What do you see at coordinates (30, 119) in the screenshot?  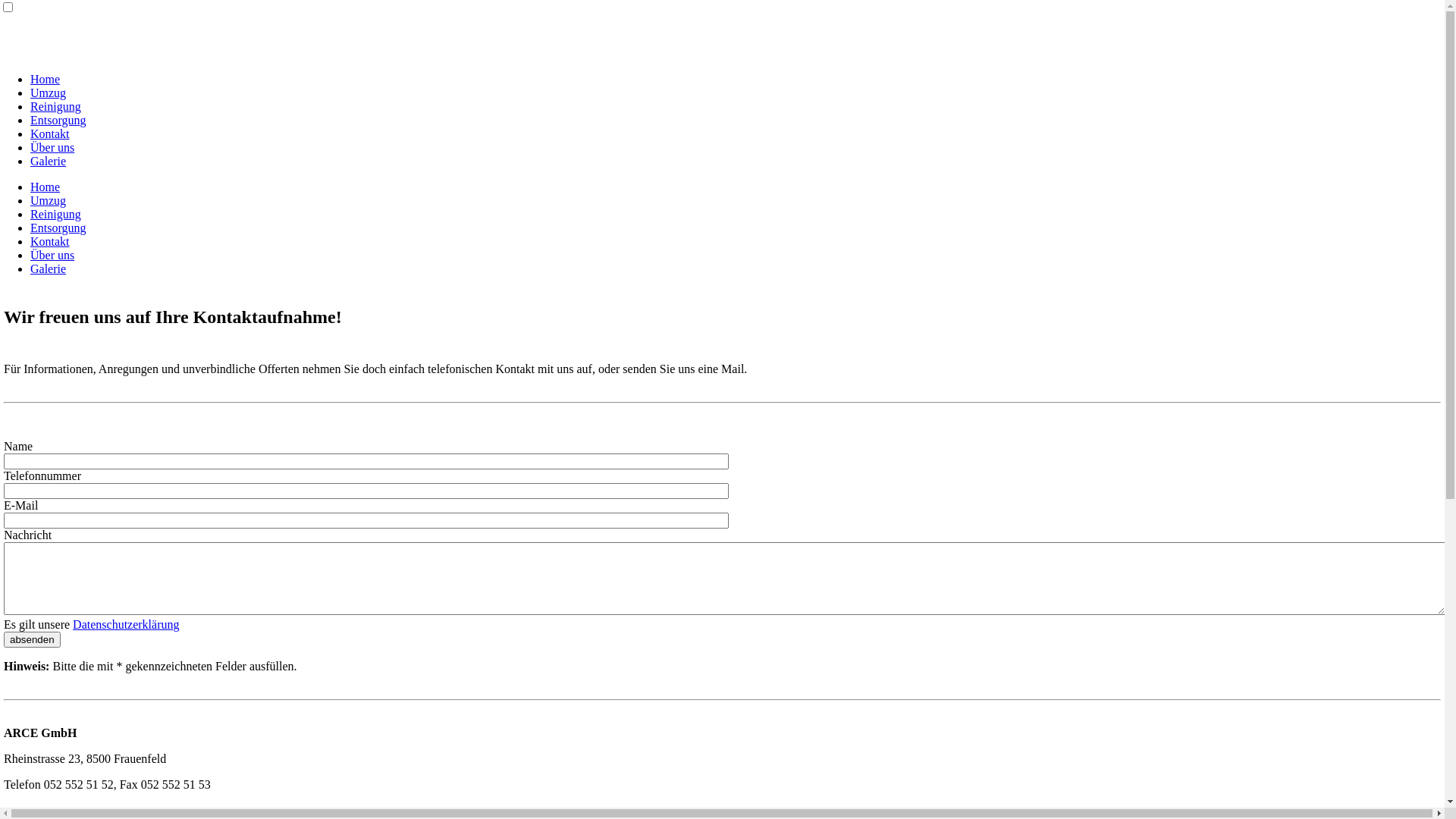 I see `'Entsorgung'` at bounding box center [30, 119].